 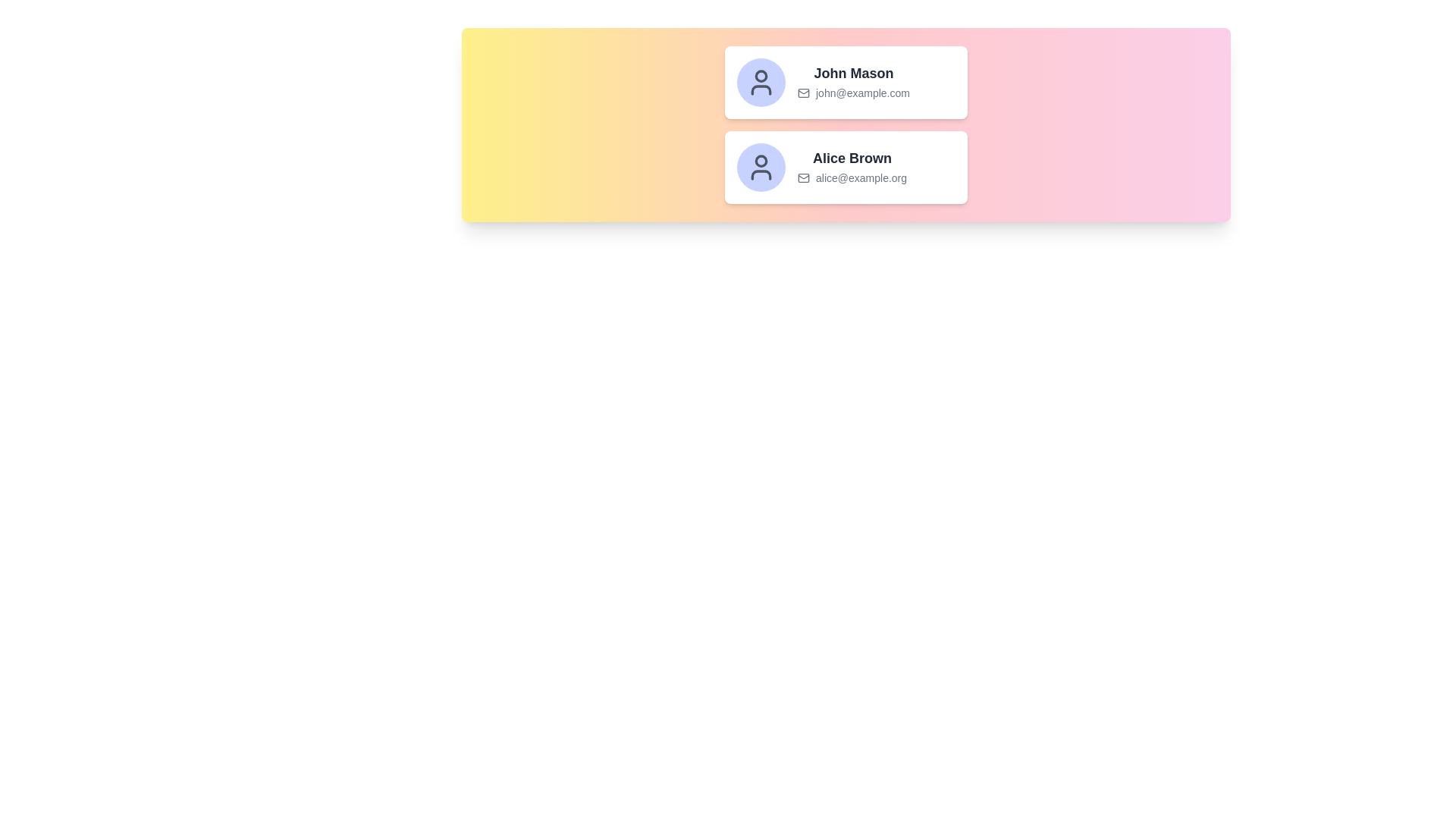 What do you see at coordinates (852, 167) in the screenshot?
I see `the text display component that shows the user's name and email address, located in the second card from the top` at bounding box center [852, 167].